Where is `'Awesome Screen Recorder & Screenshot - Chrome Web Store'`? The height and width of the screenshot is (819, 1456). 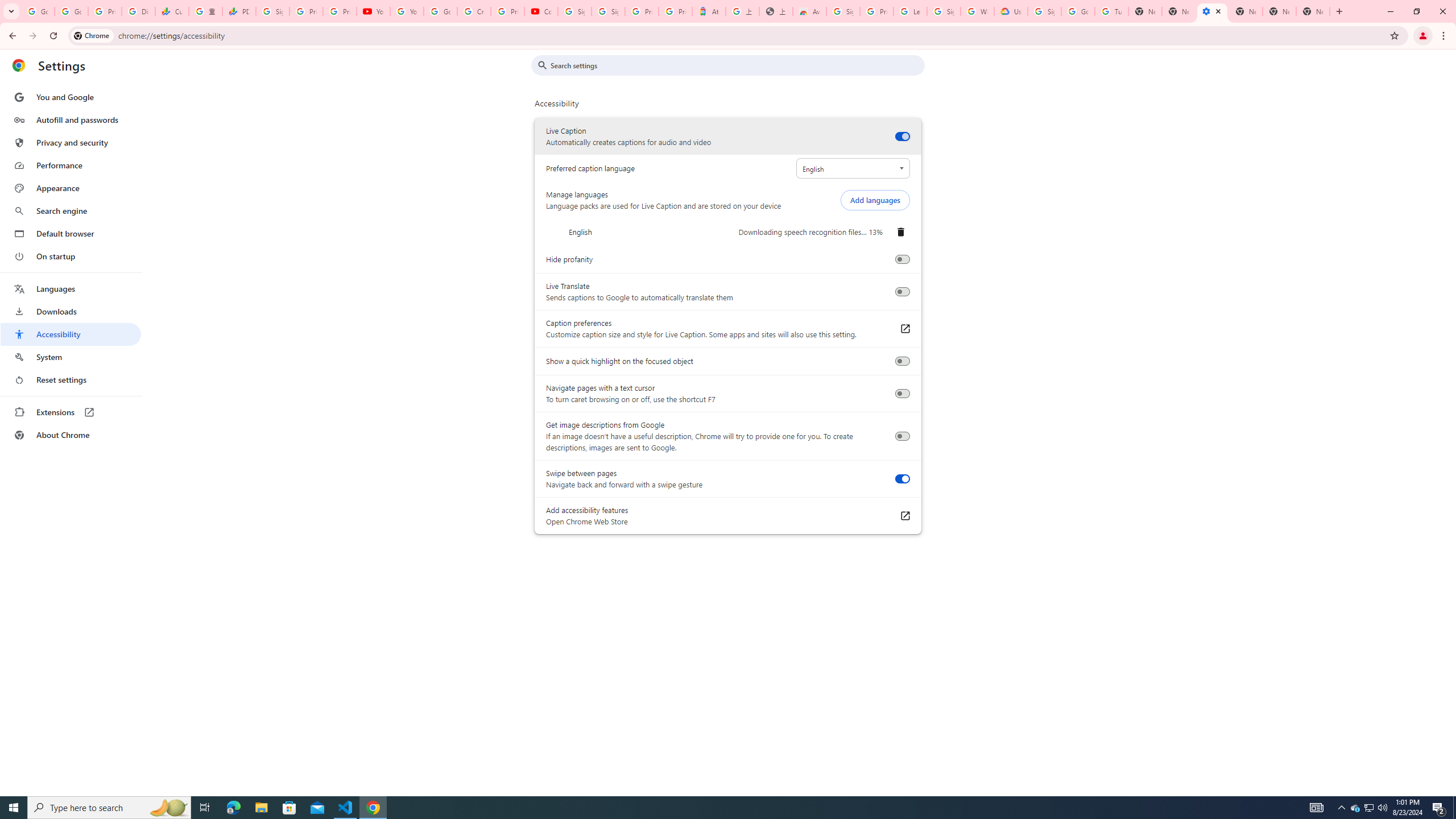
'Awesome Screen Recorder & Screenshot - Chrome Web Store' is located at coordinates (809, 11).